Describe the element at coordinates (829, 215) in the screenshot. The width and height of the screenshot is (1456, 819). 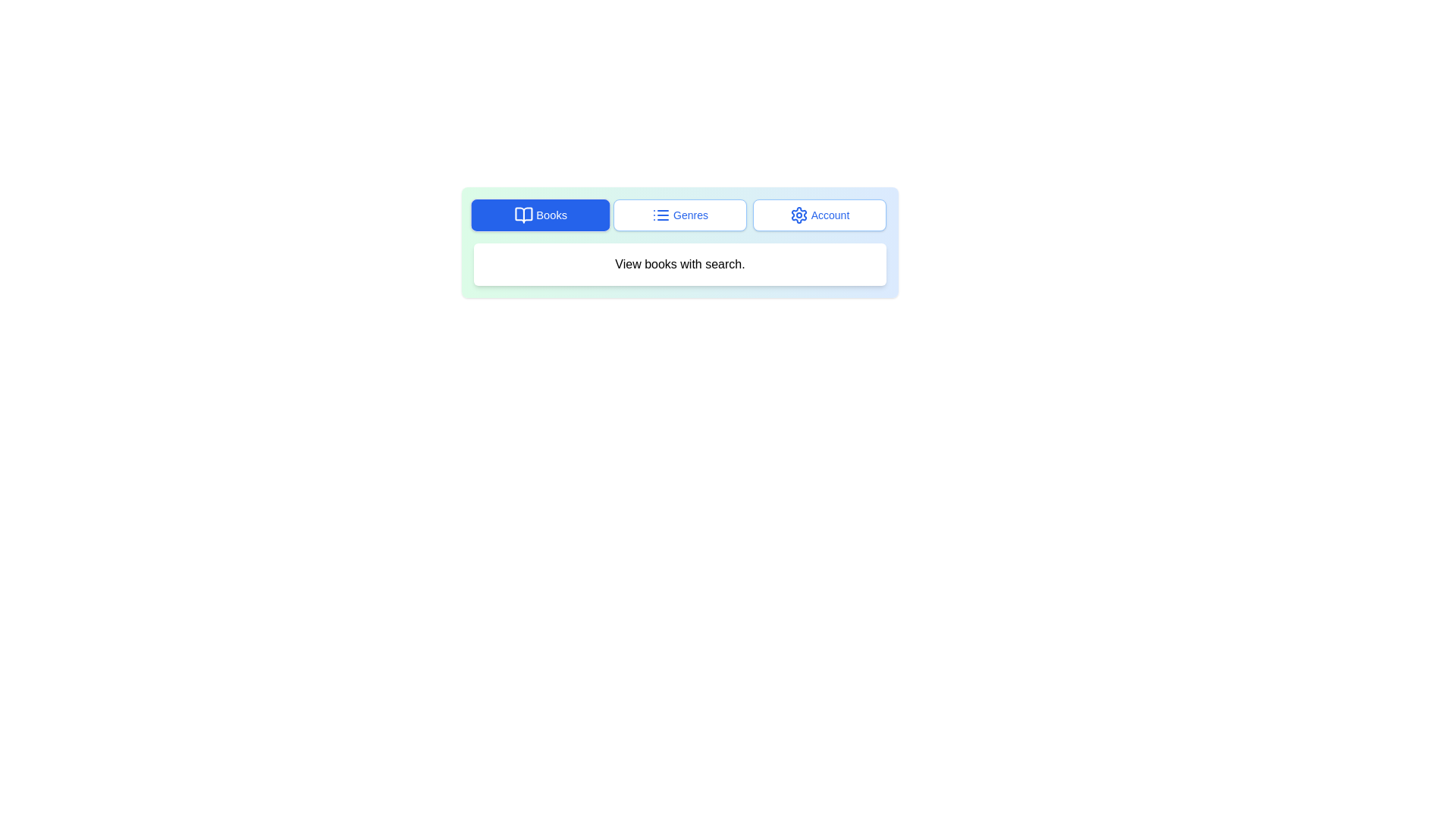
I see `the 'Account' text label which indicates user account settings within the navigation toolbar` at that location.